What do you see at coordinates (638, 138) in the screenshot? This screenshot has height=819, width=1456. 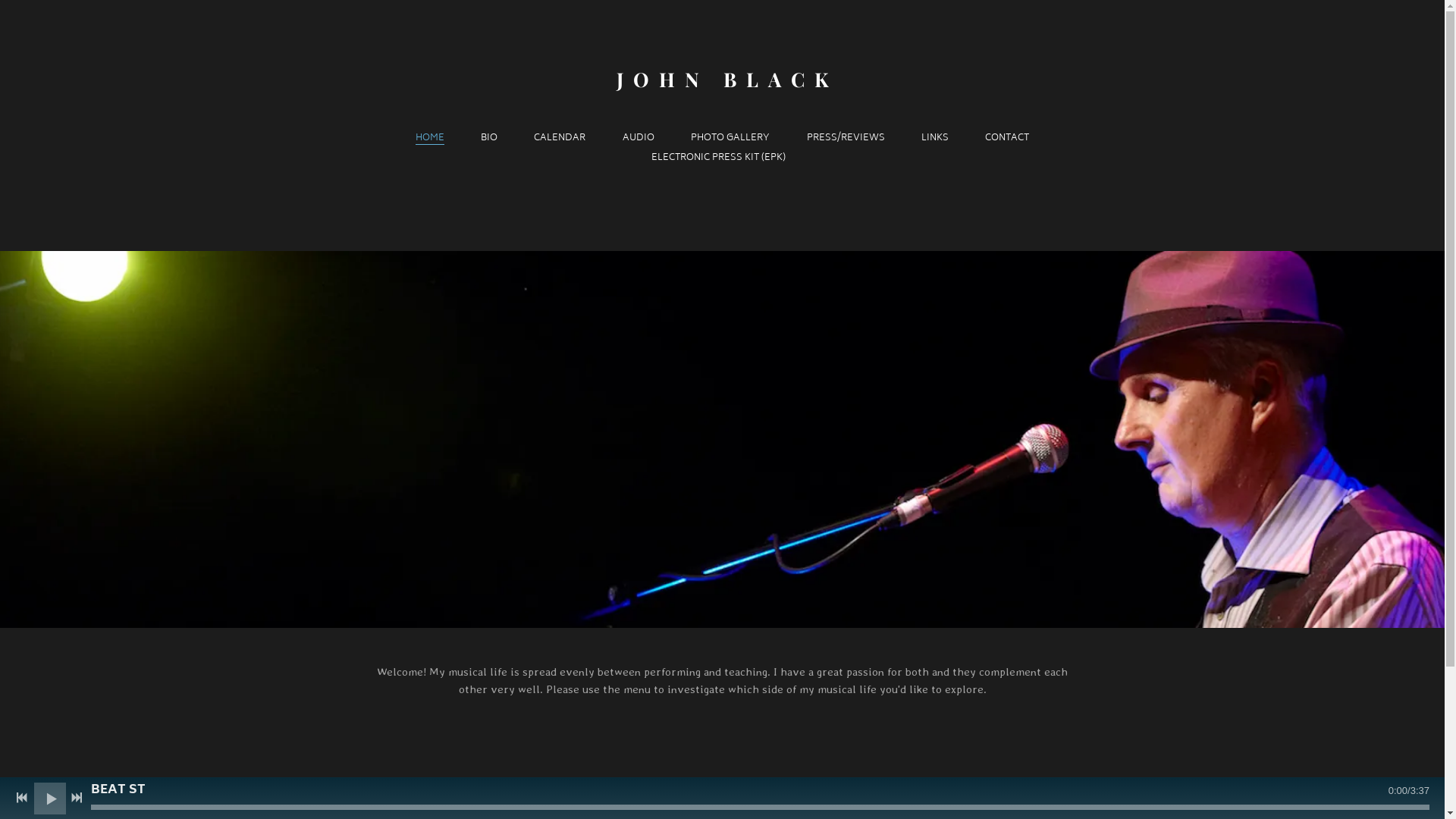 I see `'AUDIO'` at bounding box center [638, 138].